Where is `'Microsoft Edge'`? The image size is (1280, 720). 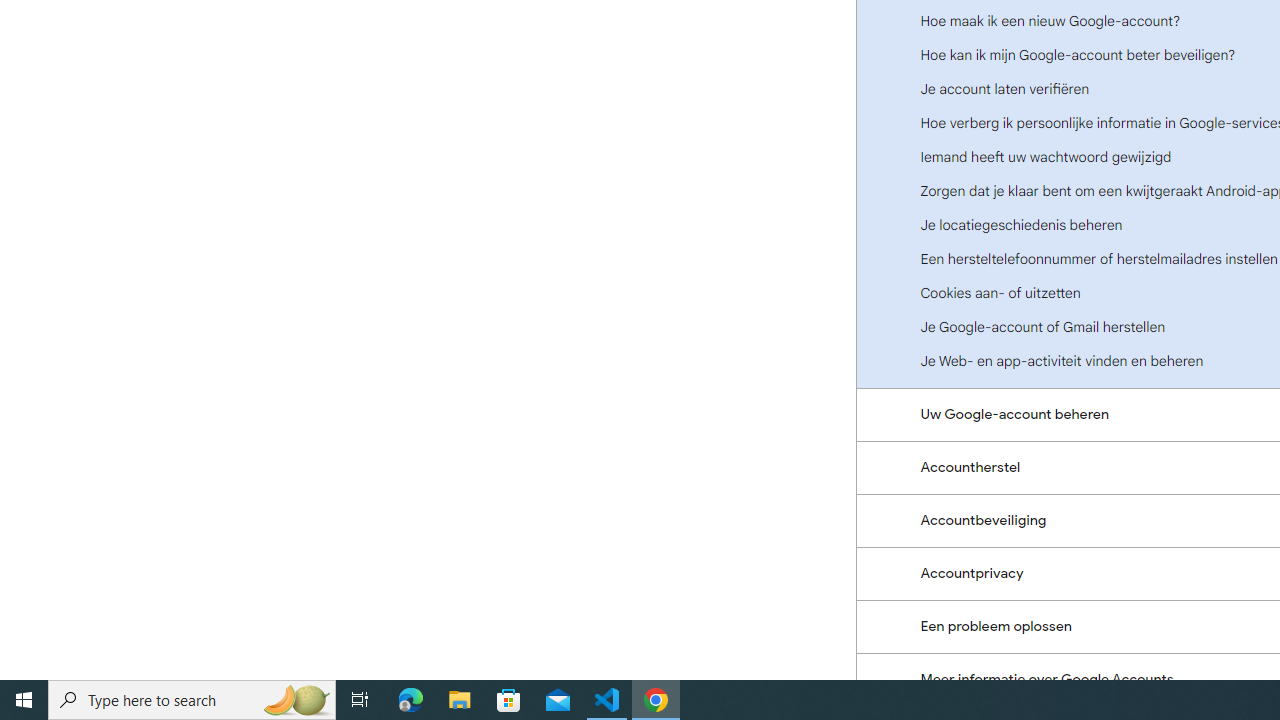
'Microsoft Edge' is located at coordinates (410, 698).